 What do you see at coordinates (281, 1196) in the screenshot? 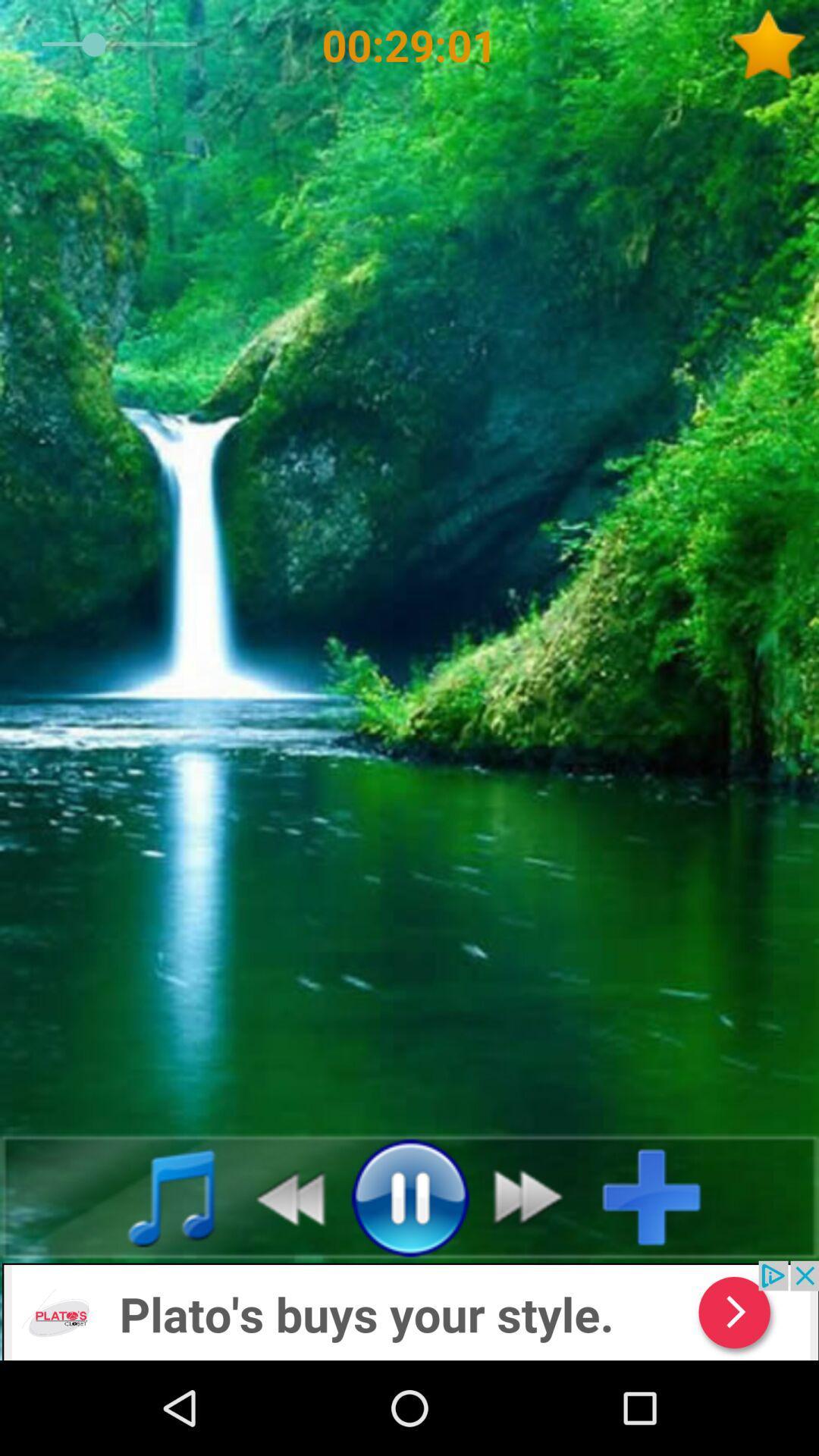
I see `backward icon` at bounding box center [281, 1196].